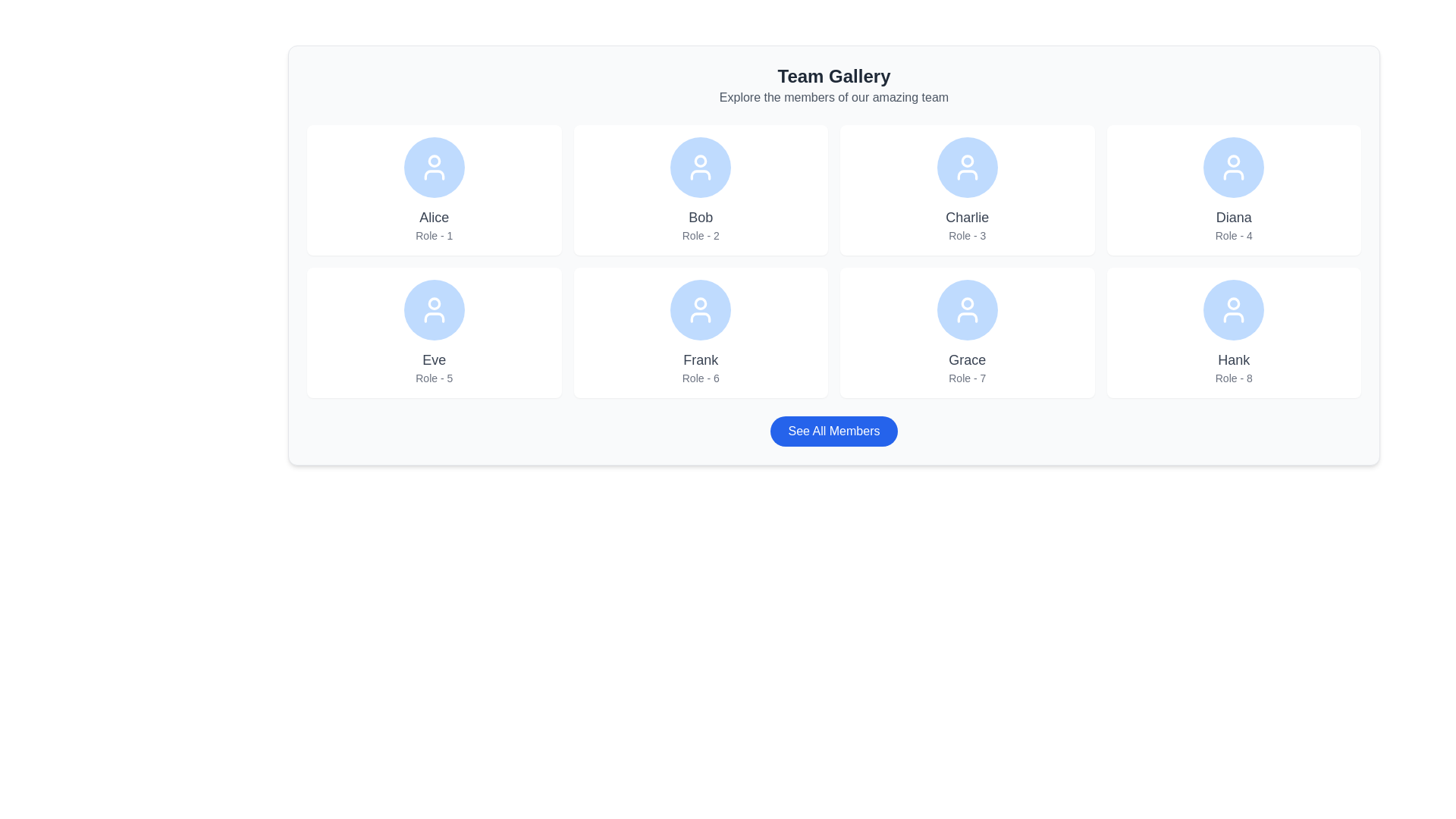 The width and height of the screenshot is (1456, 819). I want to click on the text label 'Hank' which is styled with a medium font weight and gray color, located in the lower part of a white card above the smaller text 'Role - 8', so click(1234, 359).